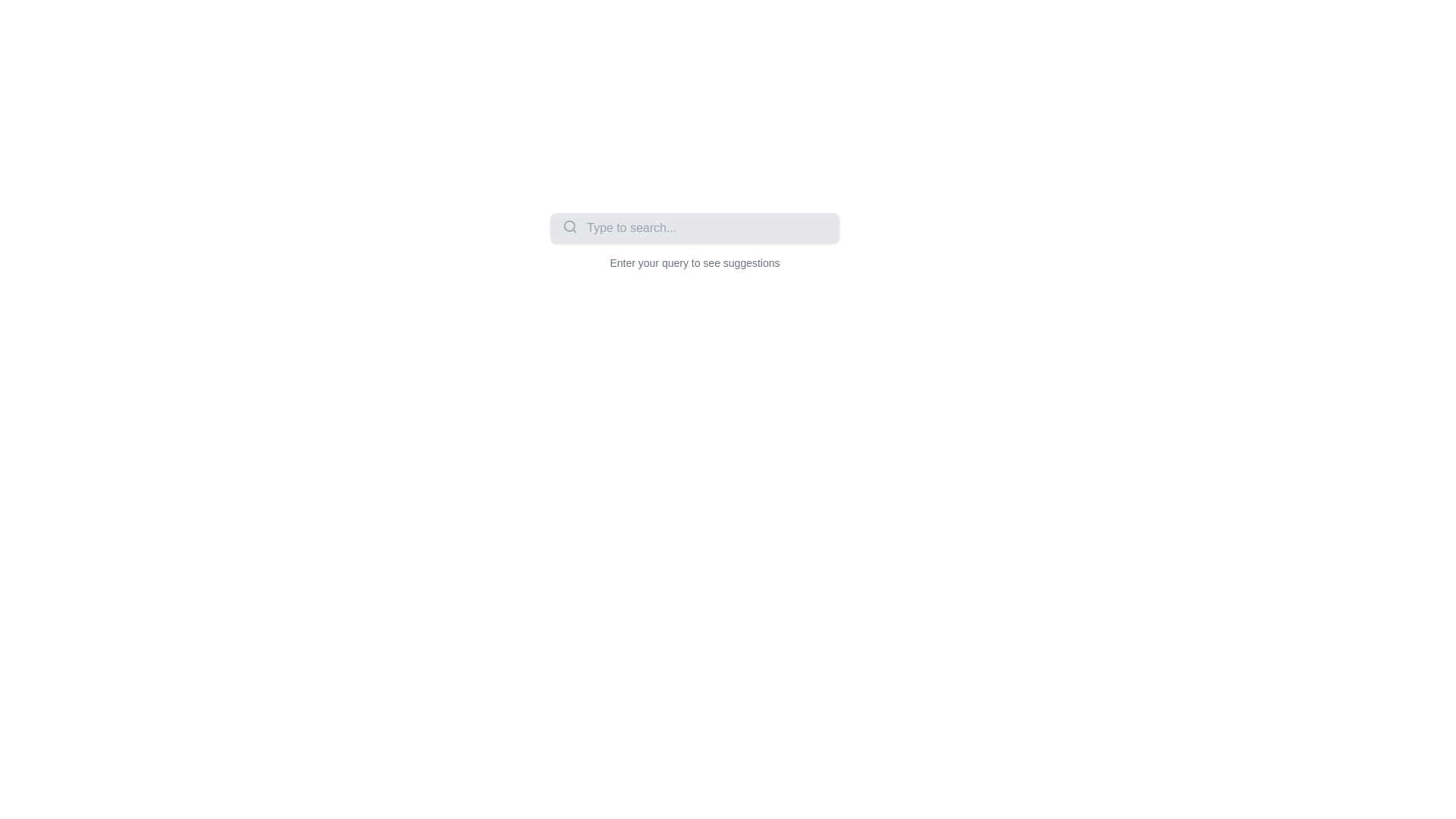 This screenshot has width=1456, height=819. What do you see at coordinates (569, 226) in the screenshot?
I see `the circular decorative element of the magnifying glass icon located at the left end of the search bar at the top center of the interface` at bounding box center [569, 226].